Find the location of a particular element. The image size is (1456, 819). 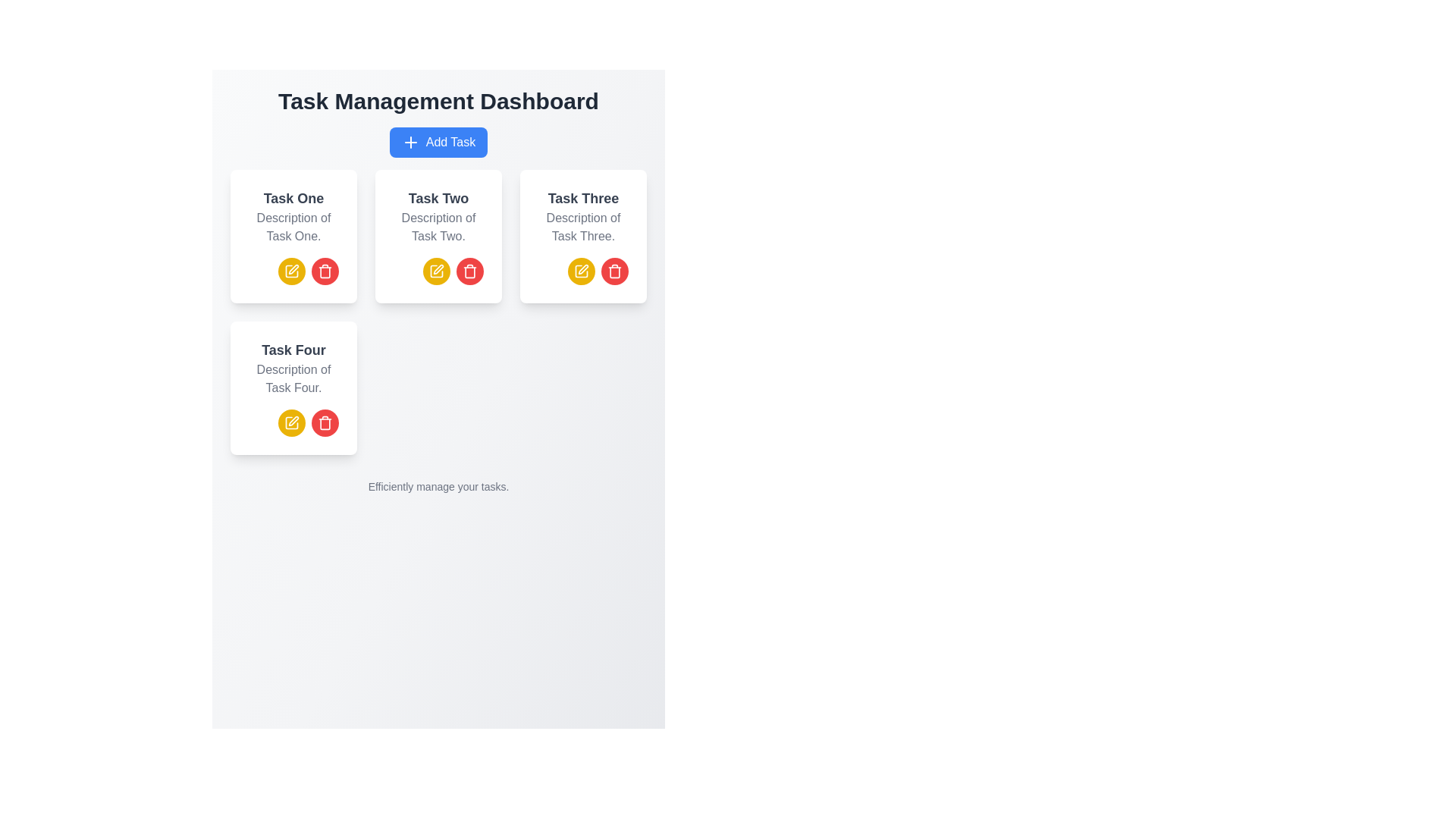

the text display containing 'Description of Task One' styled in light gray, located below the title 'Task One' in the 'Task Management Dashboard.' is located at coordinates (293, 227).